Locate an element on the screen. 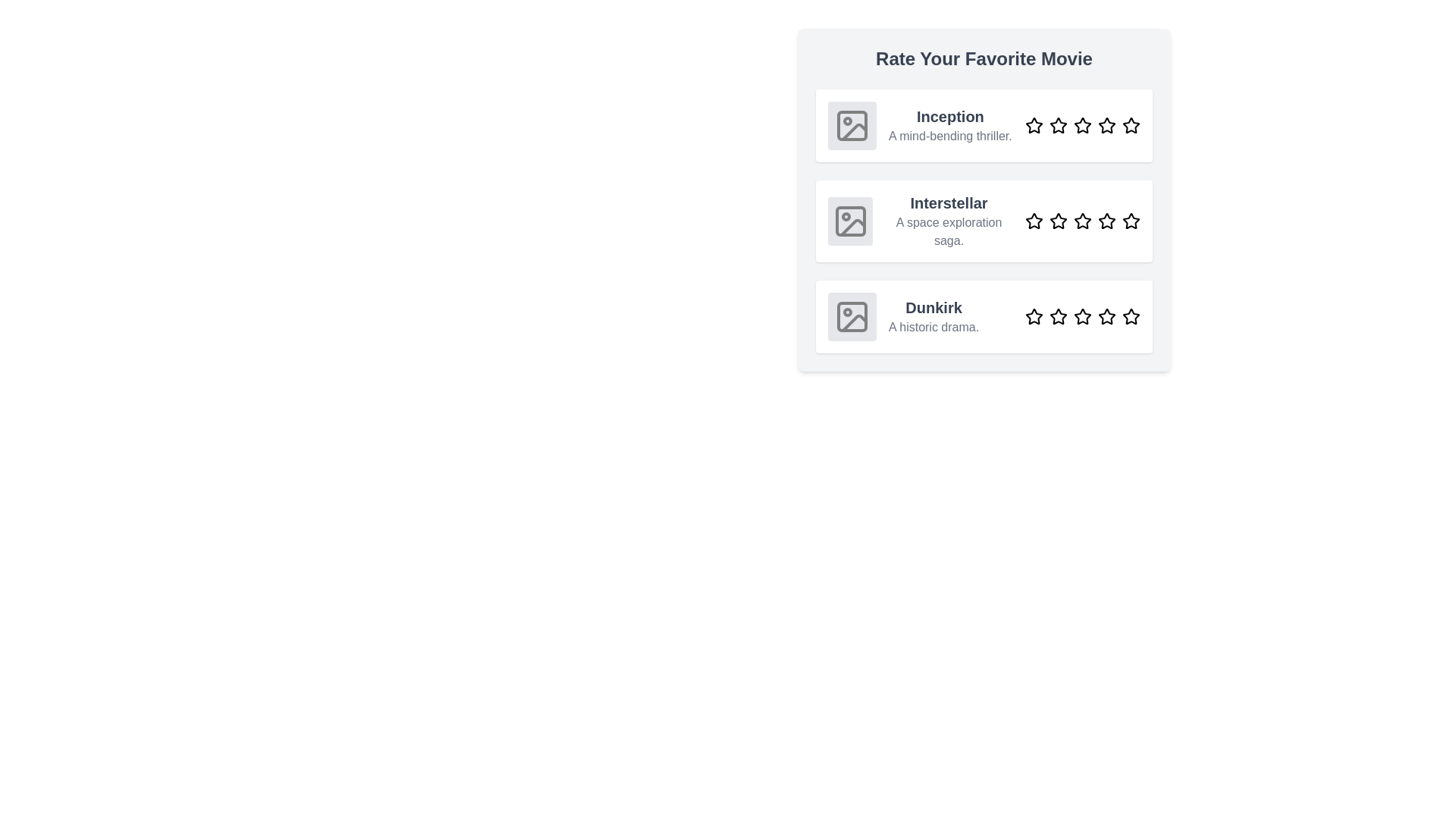 The image size is (1456, 819). the second star icon in the rating section for the movie 'Inception' to set the rating is located at coordinates (1058, 124).